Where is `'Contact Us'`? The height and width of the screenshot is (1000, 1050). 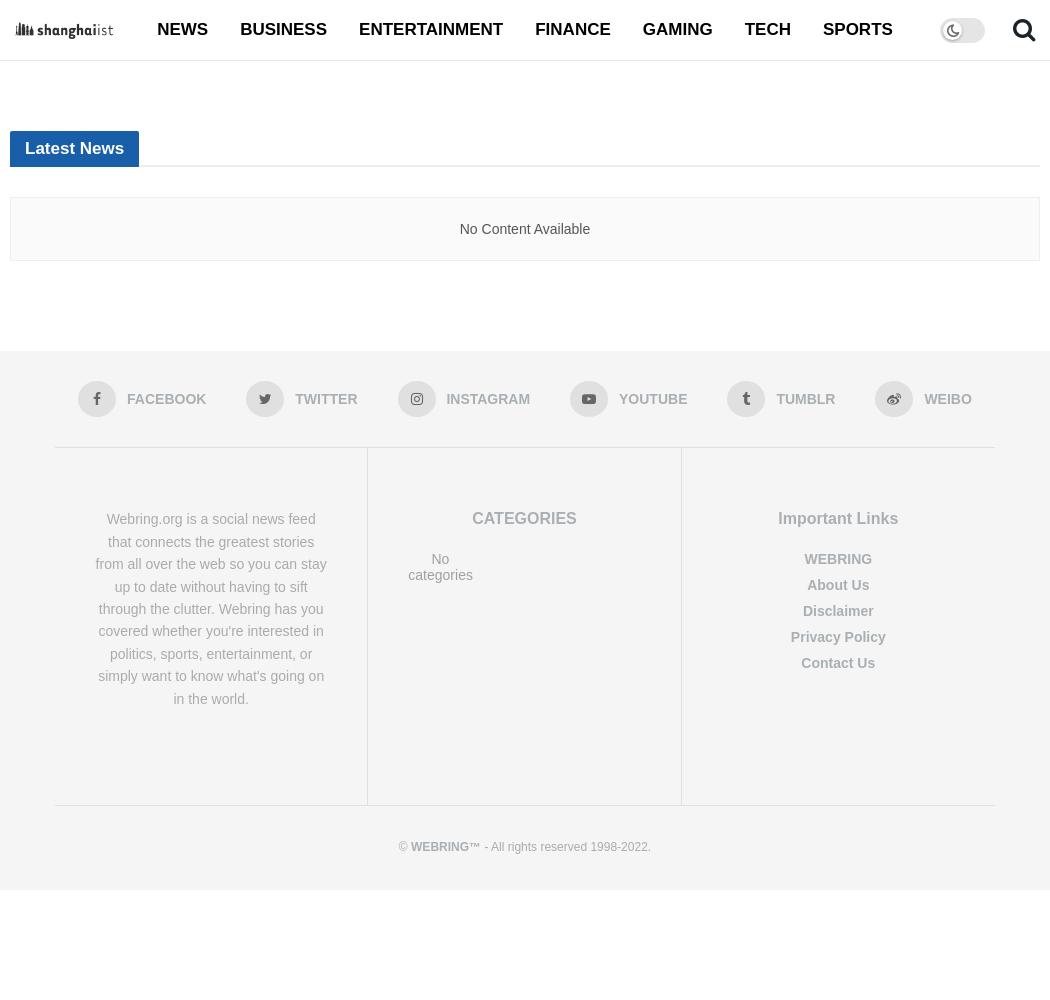
'Contact Us' is located at coordinates (800, 662).